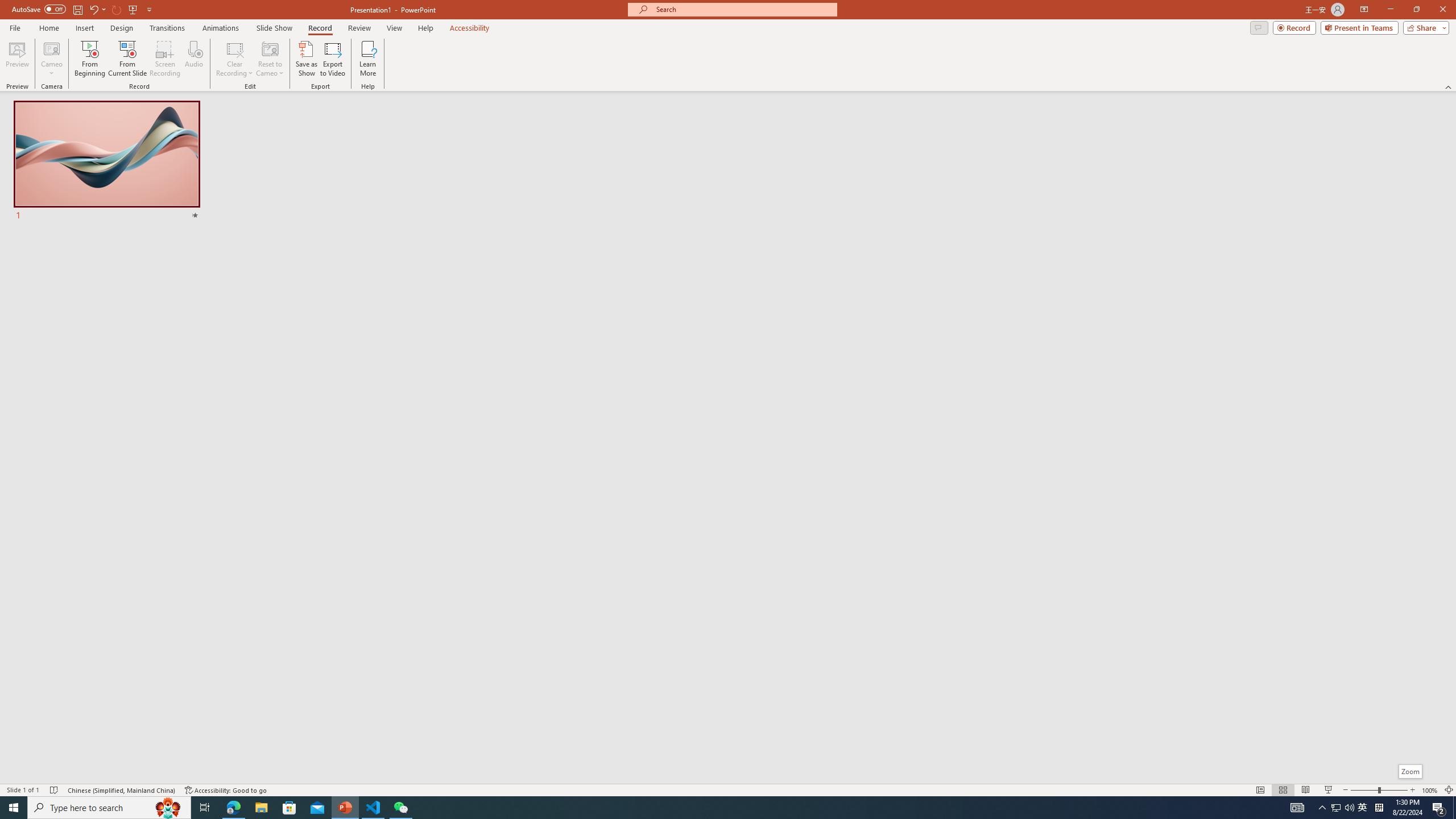  What do you see at coordinates (1430, 790) in the screenshot?
I see `'Zoom 100%'` at bounding box center [1430, 790].